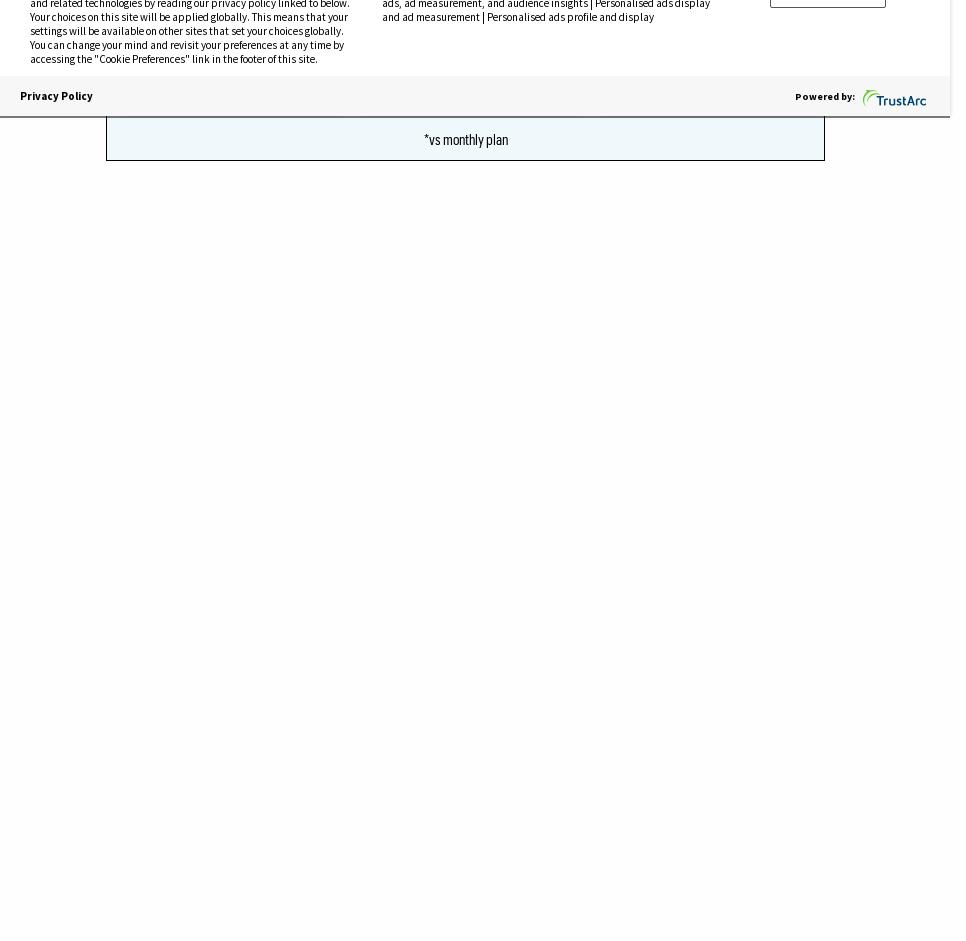 This screenshot has width=966, height=941. I want to click on 'nationwide', so click(348, 195).